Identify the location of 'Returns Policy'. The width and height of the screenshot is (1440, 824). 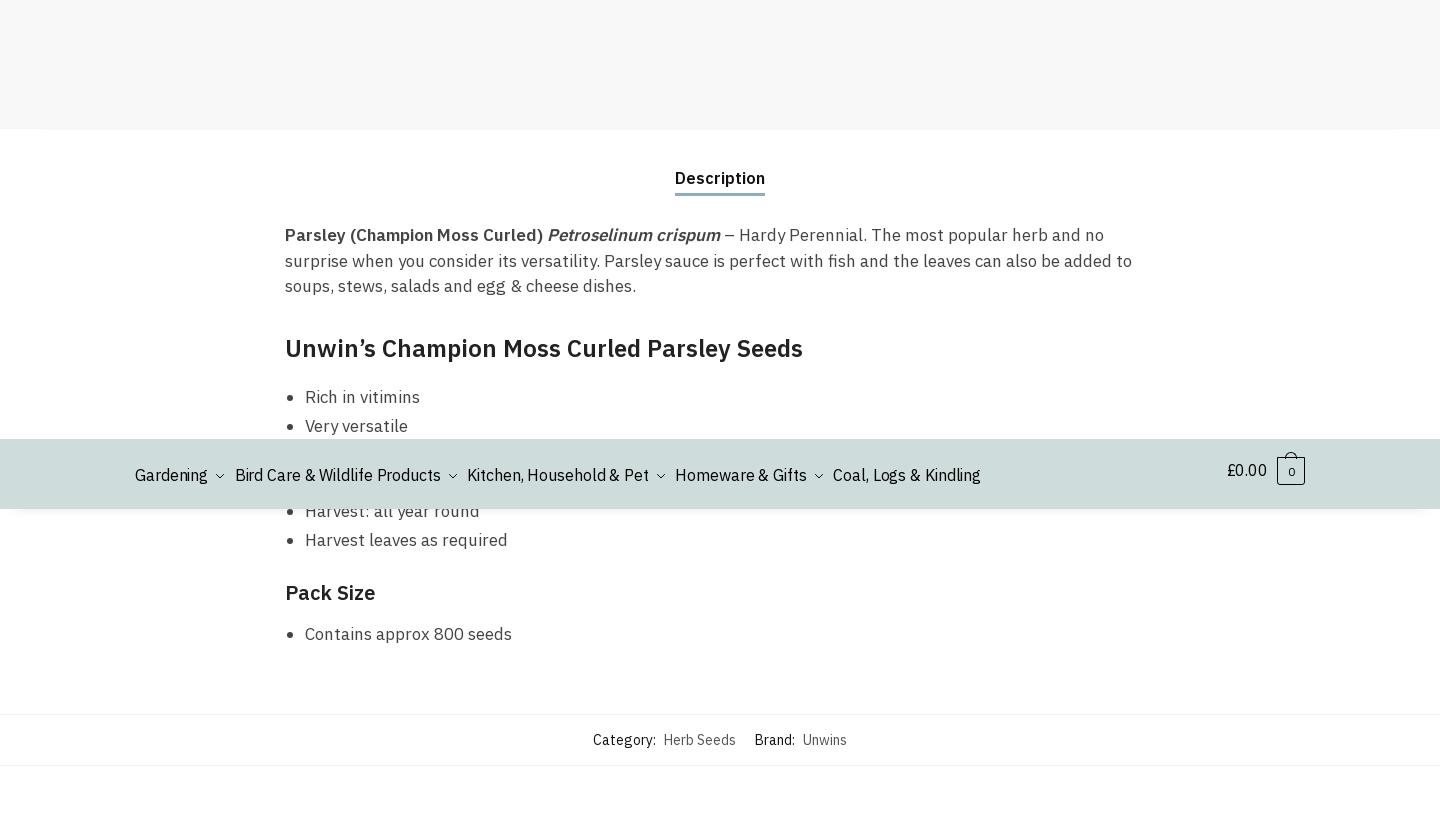
(990, 171).